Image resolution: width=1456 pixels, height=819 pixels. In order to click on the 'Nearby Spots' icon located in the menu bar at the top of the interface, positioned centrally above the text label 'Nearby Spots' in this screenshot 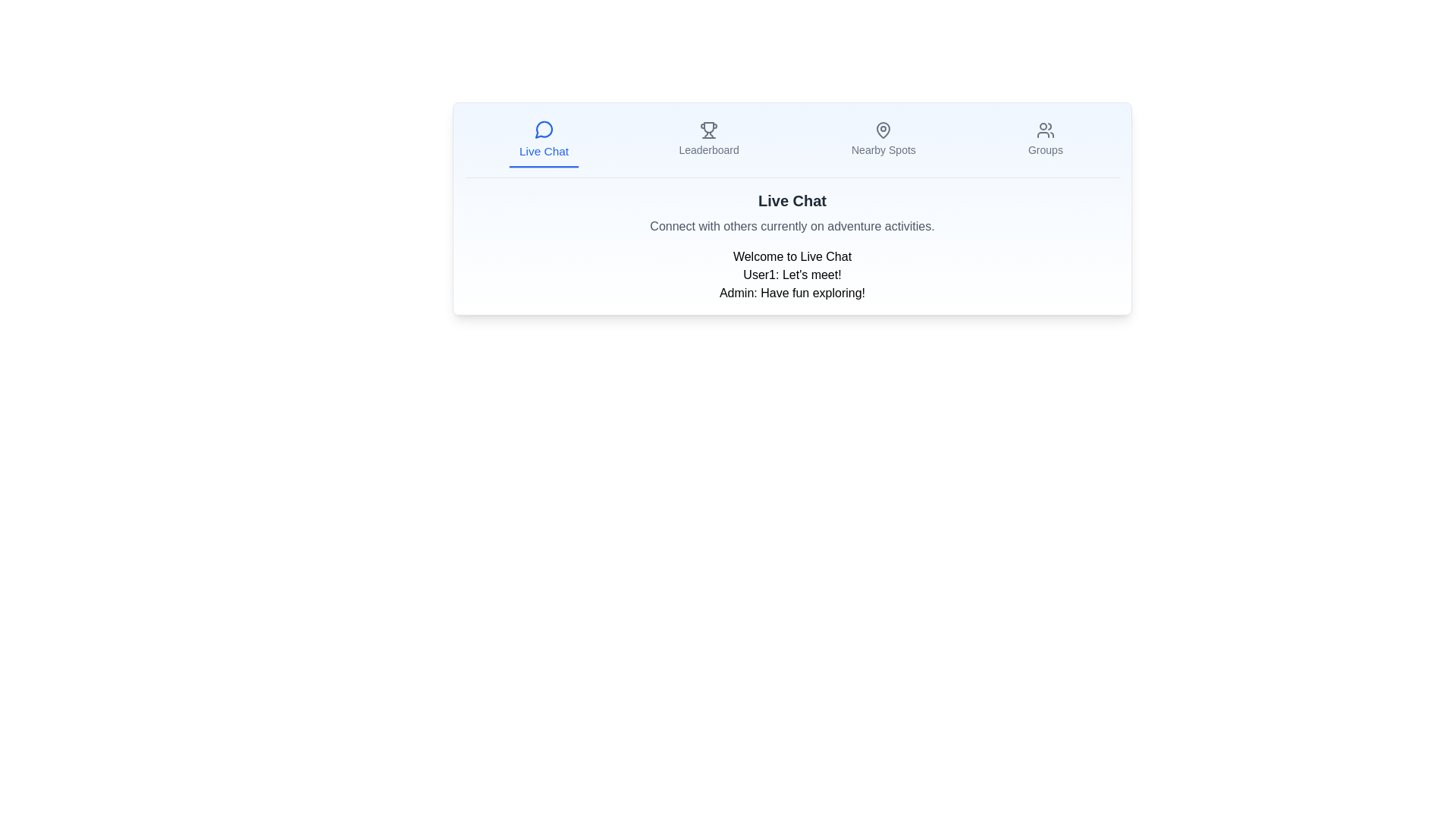, I will do `click(883, 130)`.